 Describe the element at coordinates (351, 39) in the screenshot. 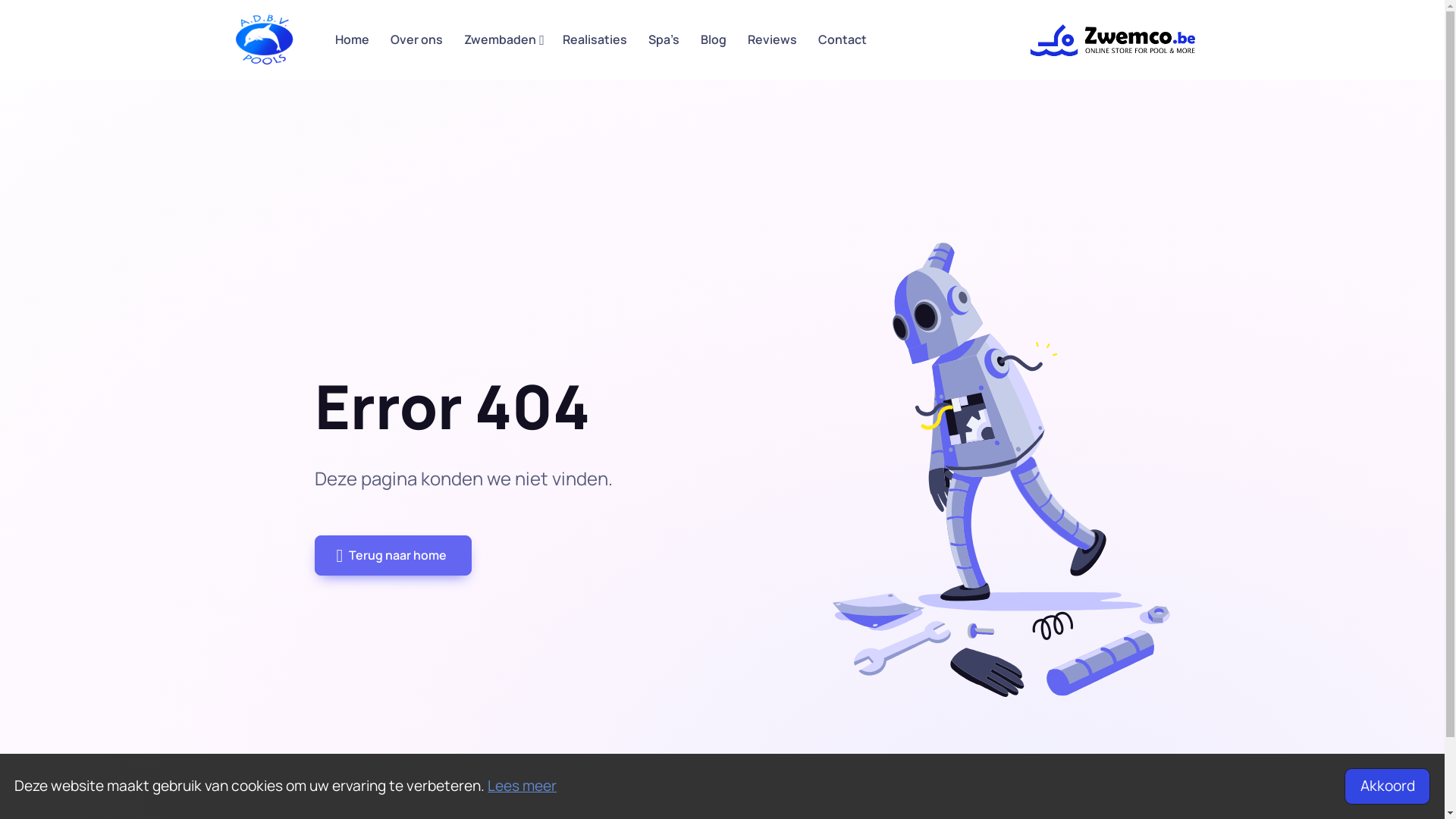

I see `'Home'` at that location.